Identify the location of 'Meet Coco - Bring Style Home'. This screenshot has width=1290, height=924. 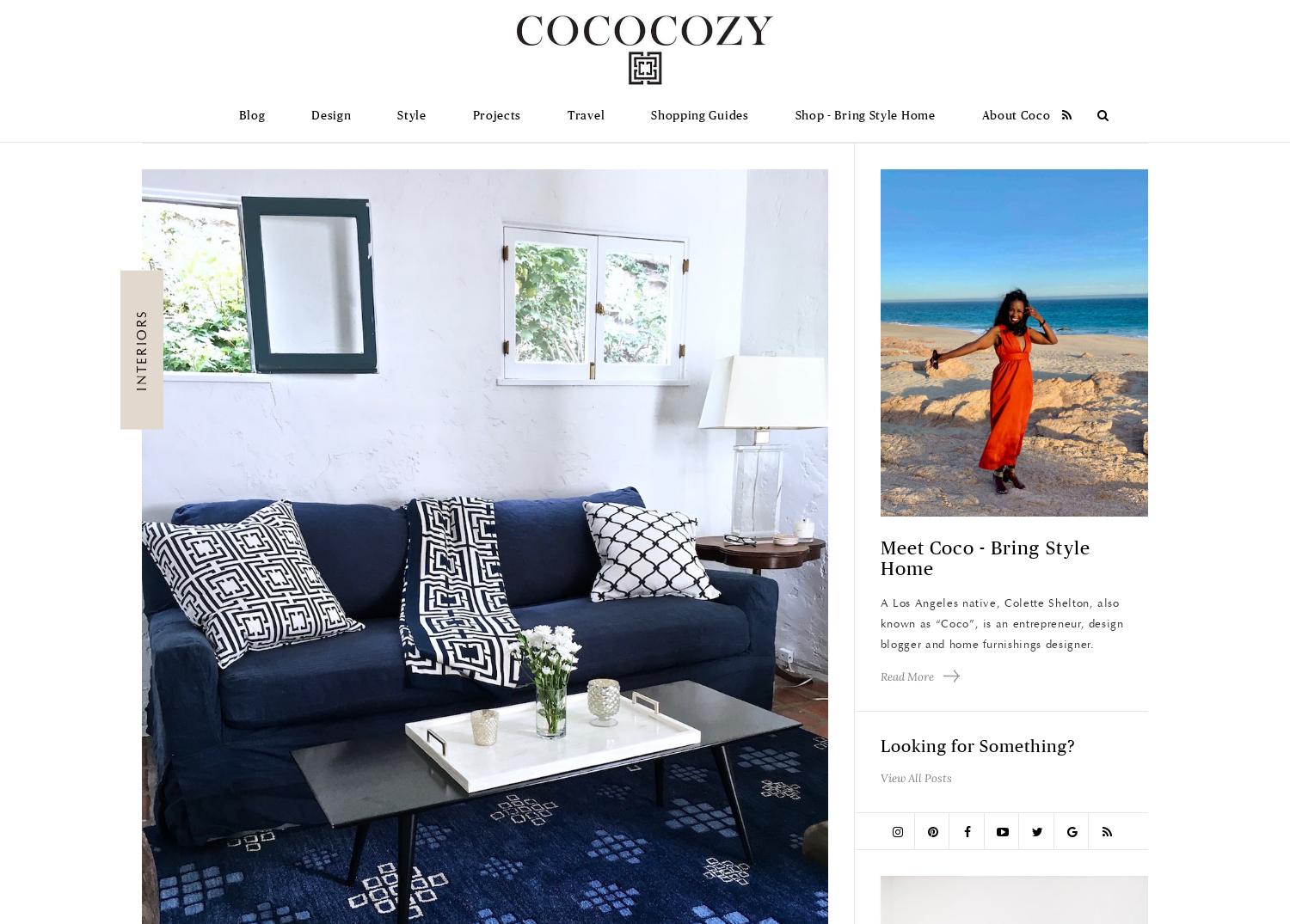
(985, 559).